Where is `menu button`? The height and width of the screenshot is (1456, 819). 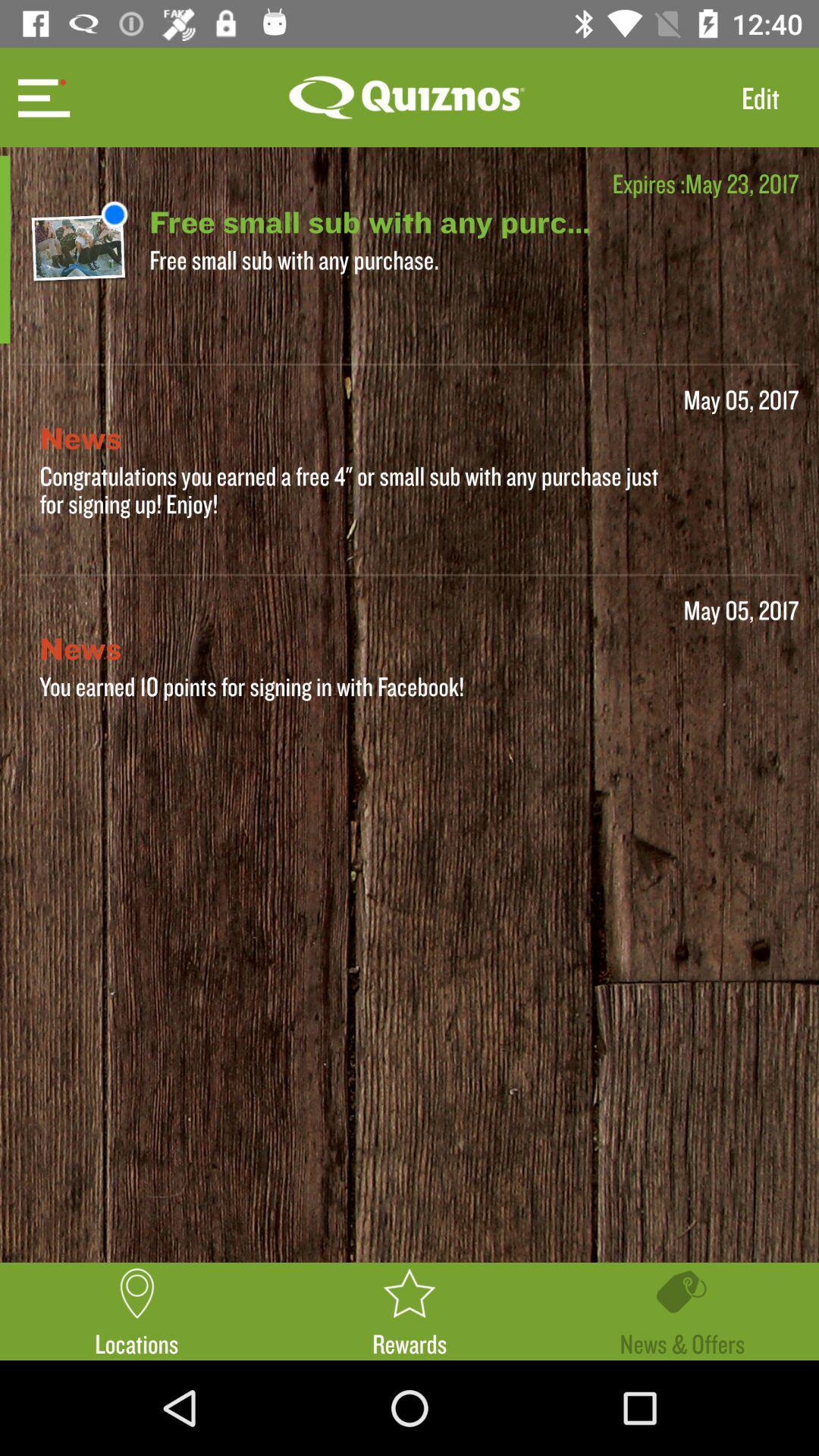 menu button is located at coordinates (41, 96).